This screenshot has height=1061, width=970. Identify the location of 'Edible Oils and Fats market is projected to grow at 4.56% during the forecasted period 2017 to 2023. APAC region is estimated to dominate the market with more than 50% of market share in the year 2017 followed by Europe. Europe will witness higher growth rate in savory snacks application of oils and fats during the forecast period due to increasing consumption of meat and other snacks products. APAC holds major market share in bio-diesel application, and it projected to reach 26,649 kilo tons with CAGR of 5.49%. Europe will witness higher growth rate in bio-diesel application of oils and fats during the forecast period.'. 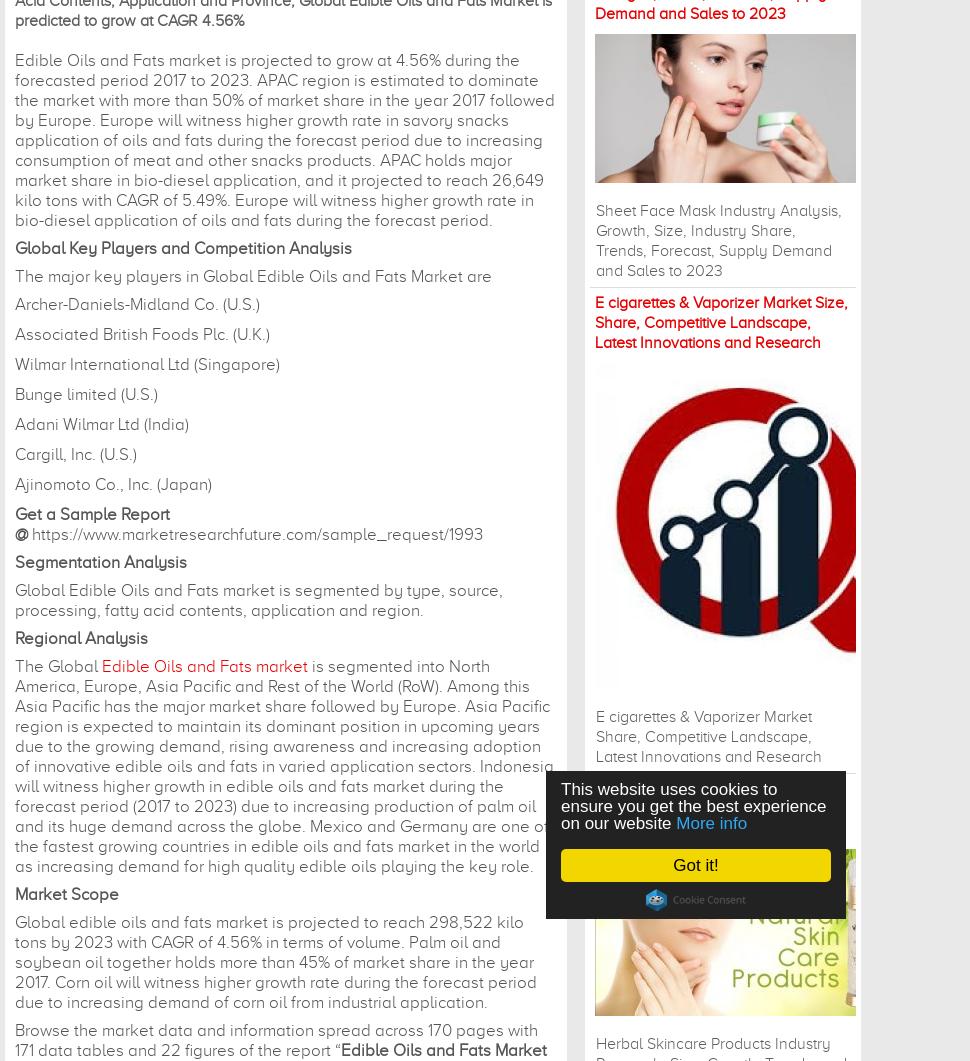
(283, 139).